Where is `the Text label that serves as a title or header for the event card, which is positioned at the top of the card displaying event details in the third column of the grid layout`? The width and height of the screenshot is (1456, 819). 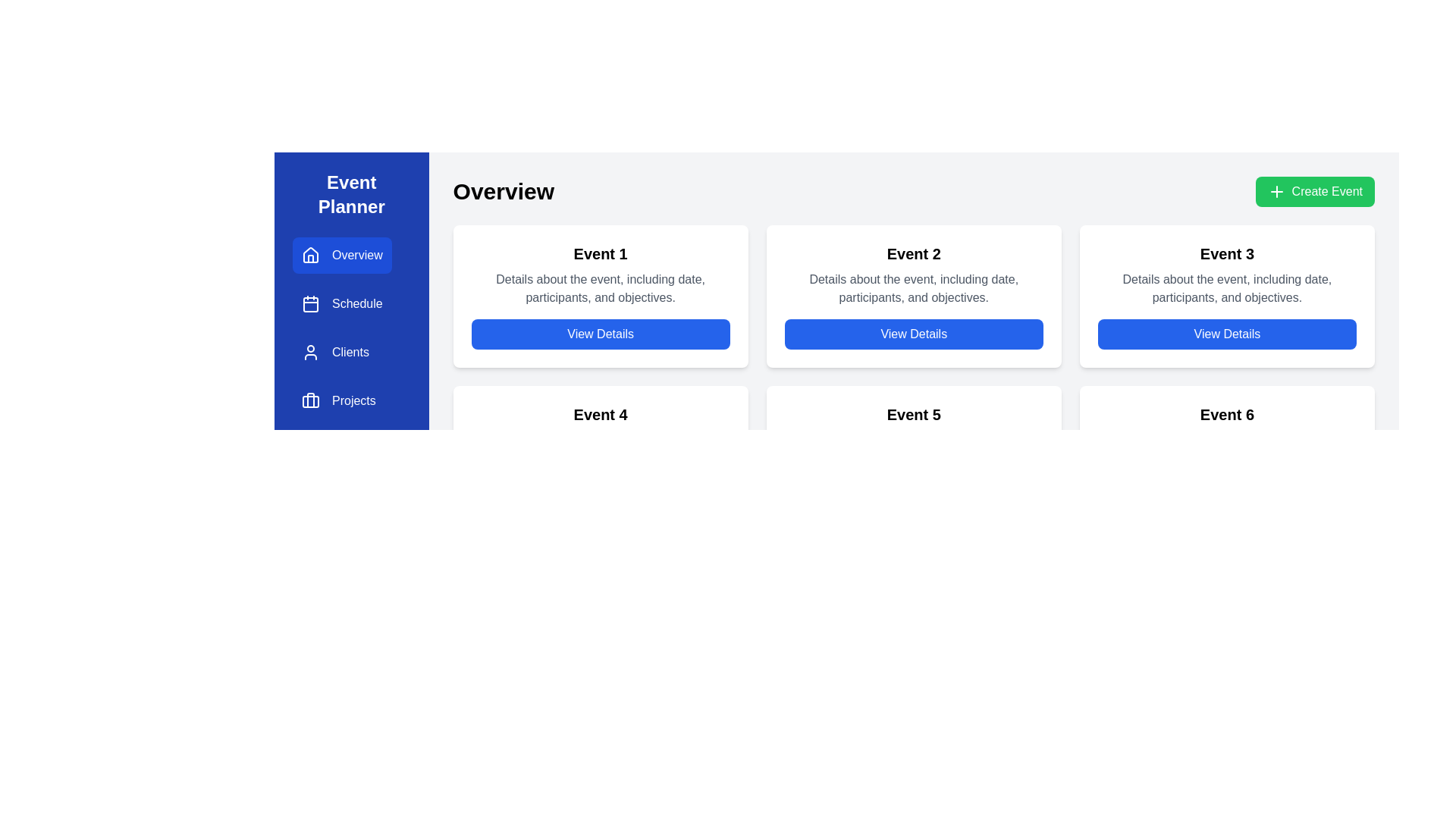
the Text label that serves as a title or header for the event card, which is positioned at the top of the card displaying event details in the third column of the grid layout is located at coordinates (1227, 253).